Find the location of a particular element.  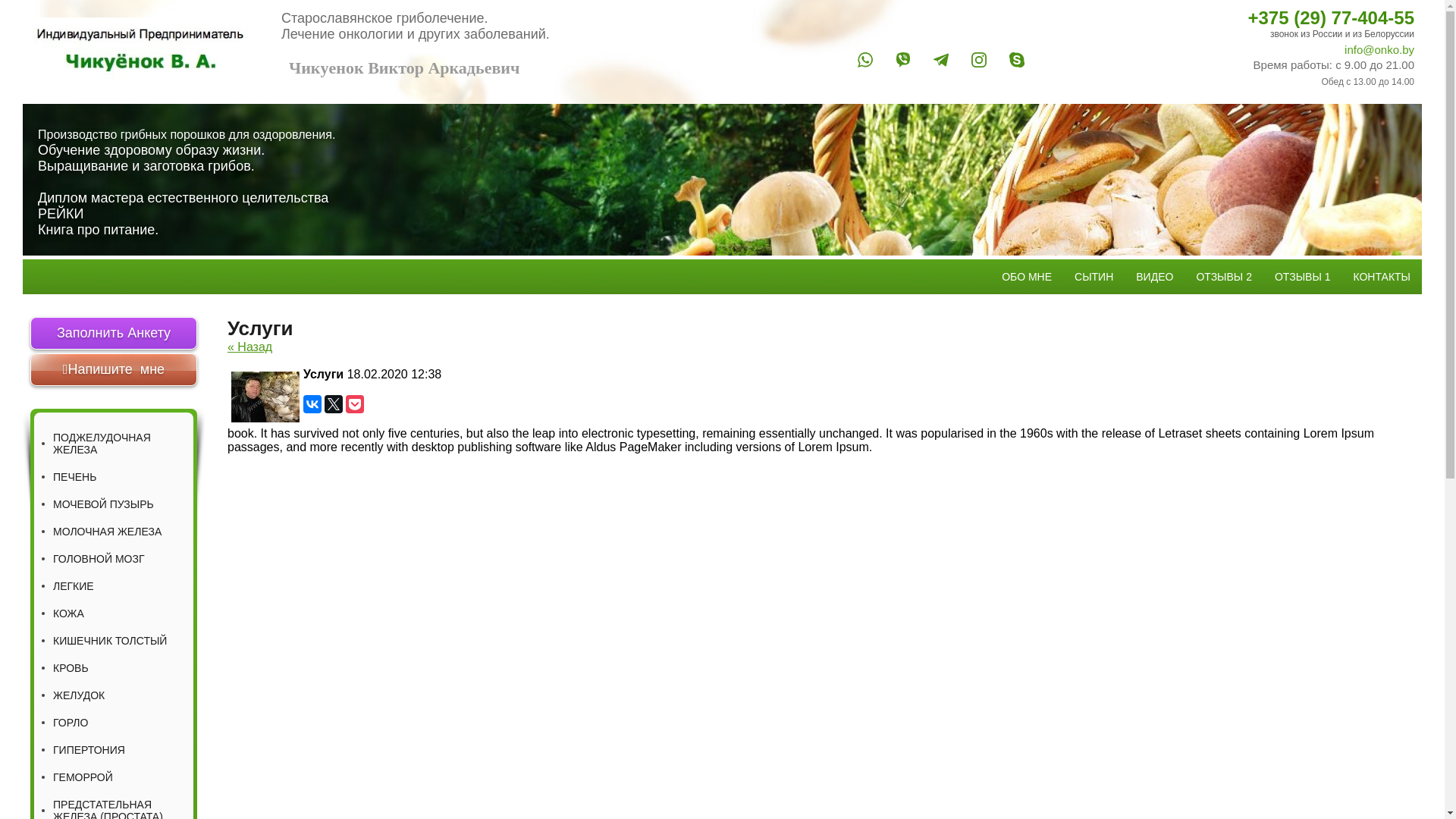

'+375 (29) 77-404-55' is located at coordinates (1232, 17).